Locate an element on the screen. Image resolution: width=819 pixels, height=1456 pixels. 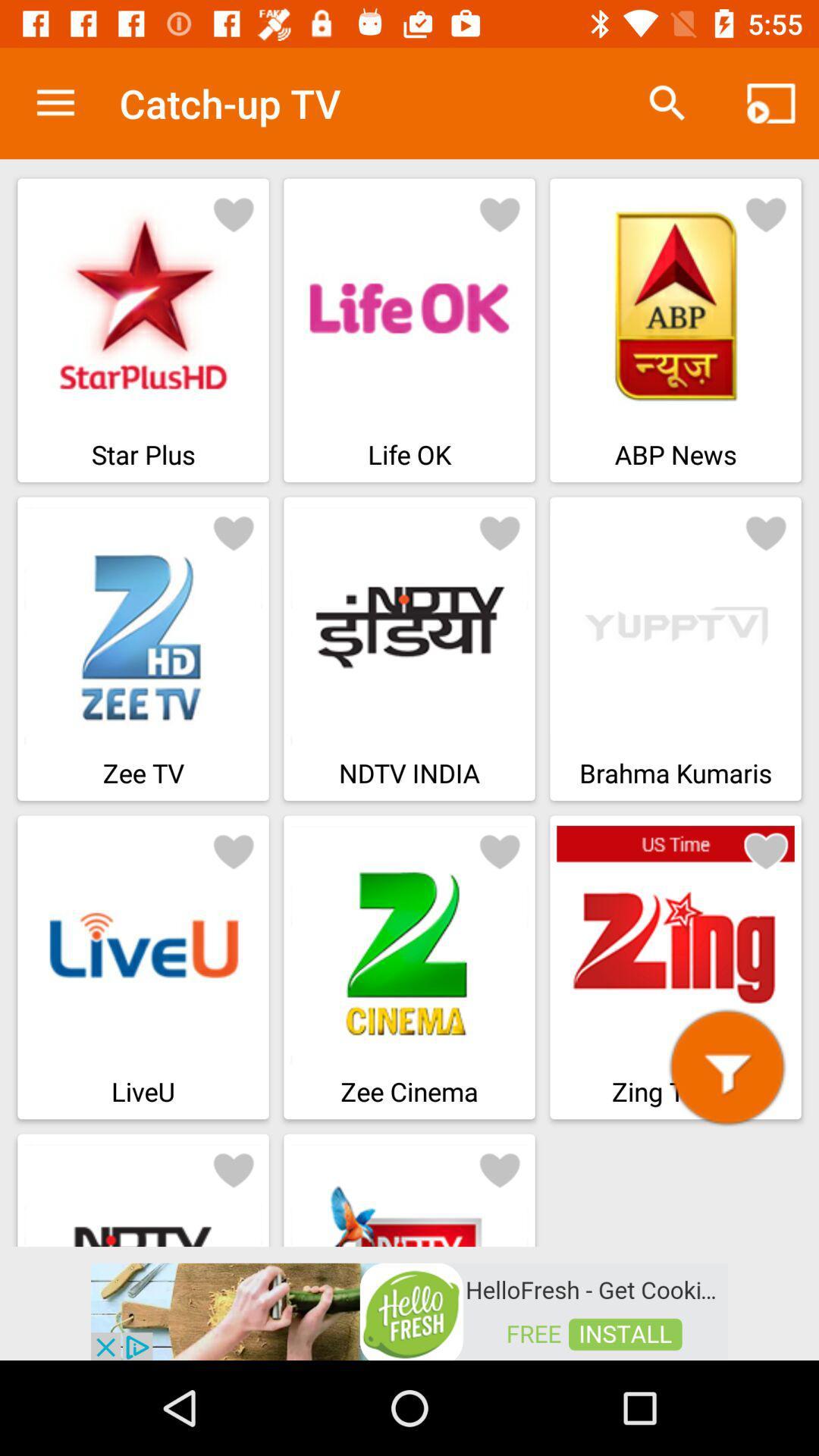
favorite starplus app is located at coordinates (234, 213).